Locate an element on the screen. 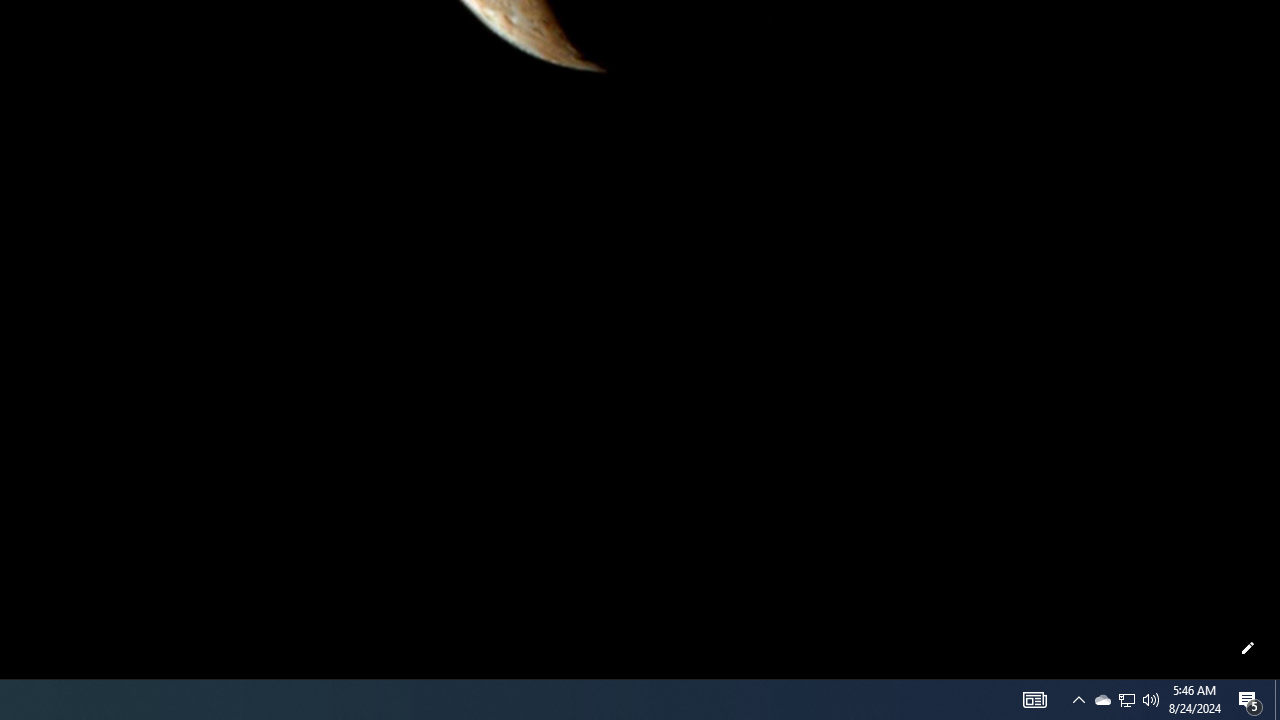  'Customize this page' is located at coordinates (1247, 648).